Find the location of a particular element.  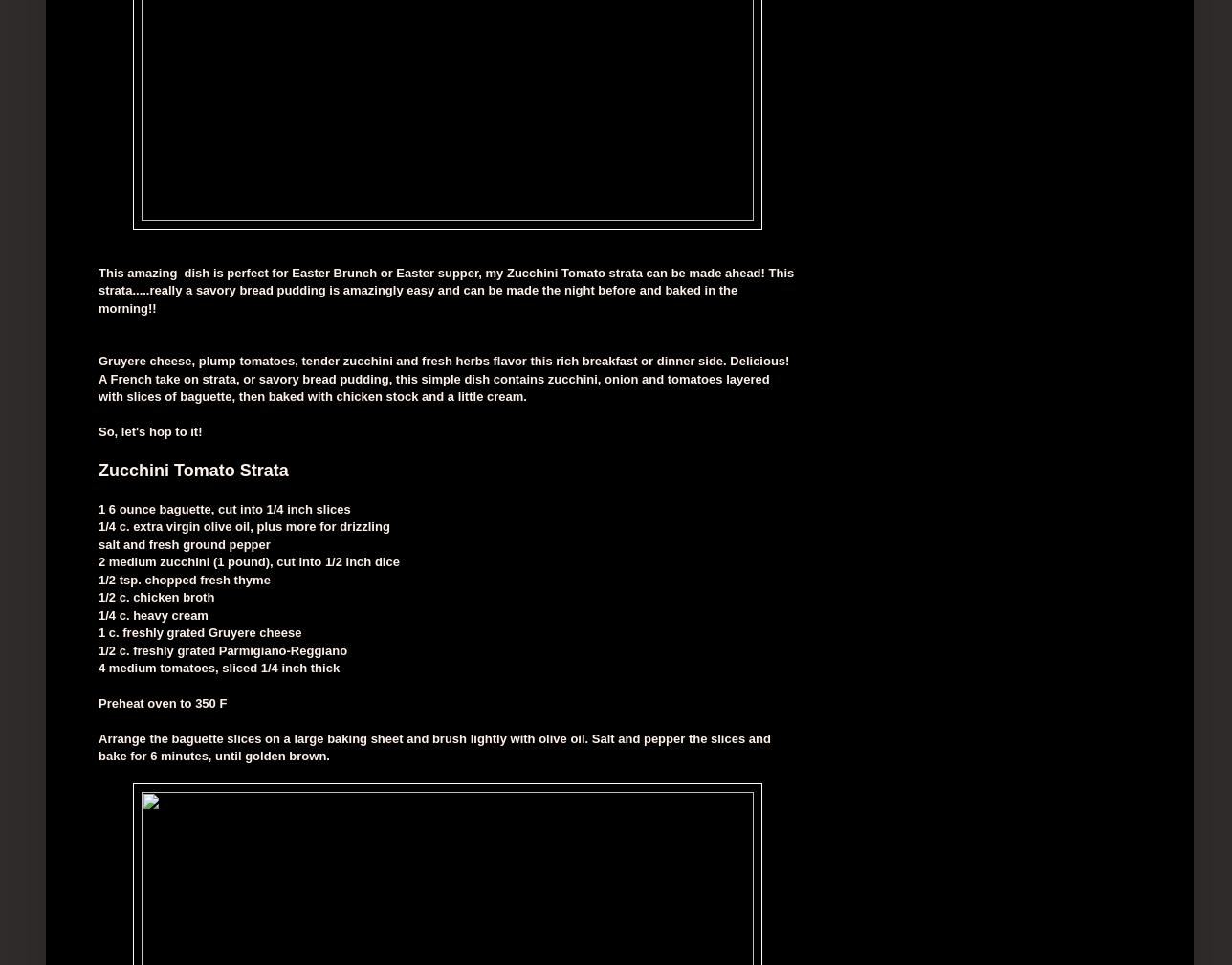

'Zucchini Tomato Strata' is located at coordinates (192, 468).